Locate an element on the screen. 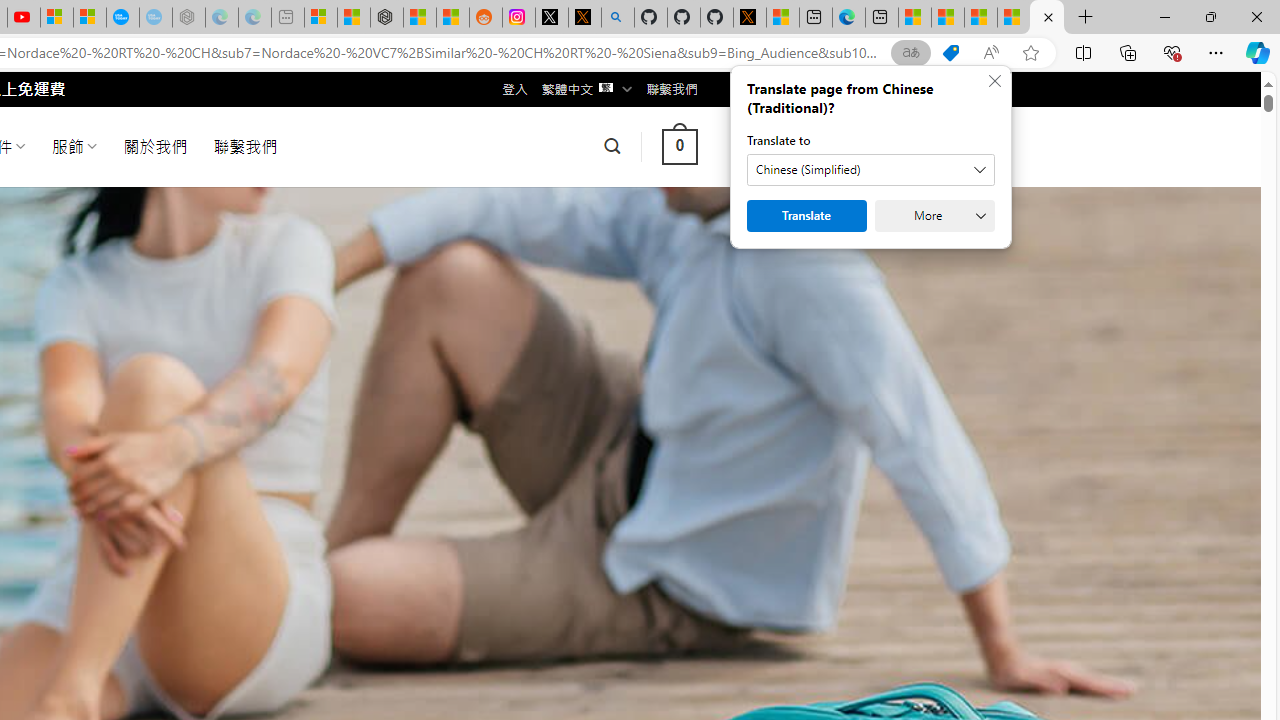 This screenshot has width=1280, height=720. 'Collections' is located at coordinates (1128, 51).